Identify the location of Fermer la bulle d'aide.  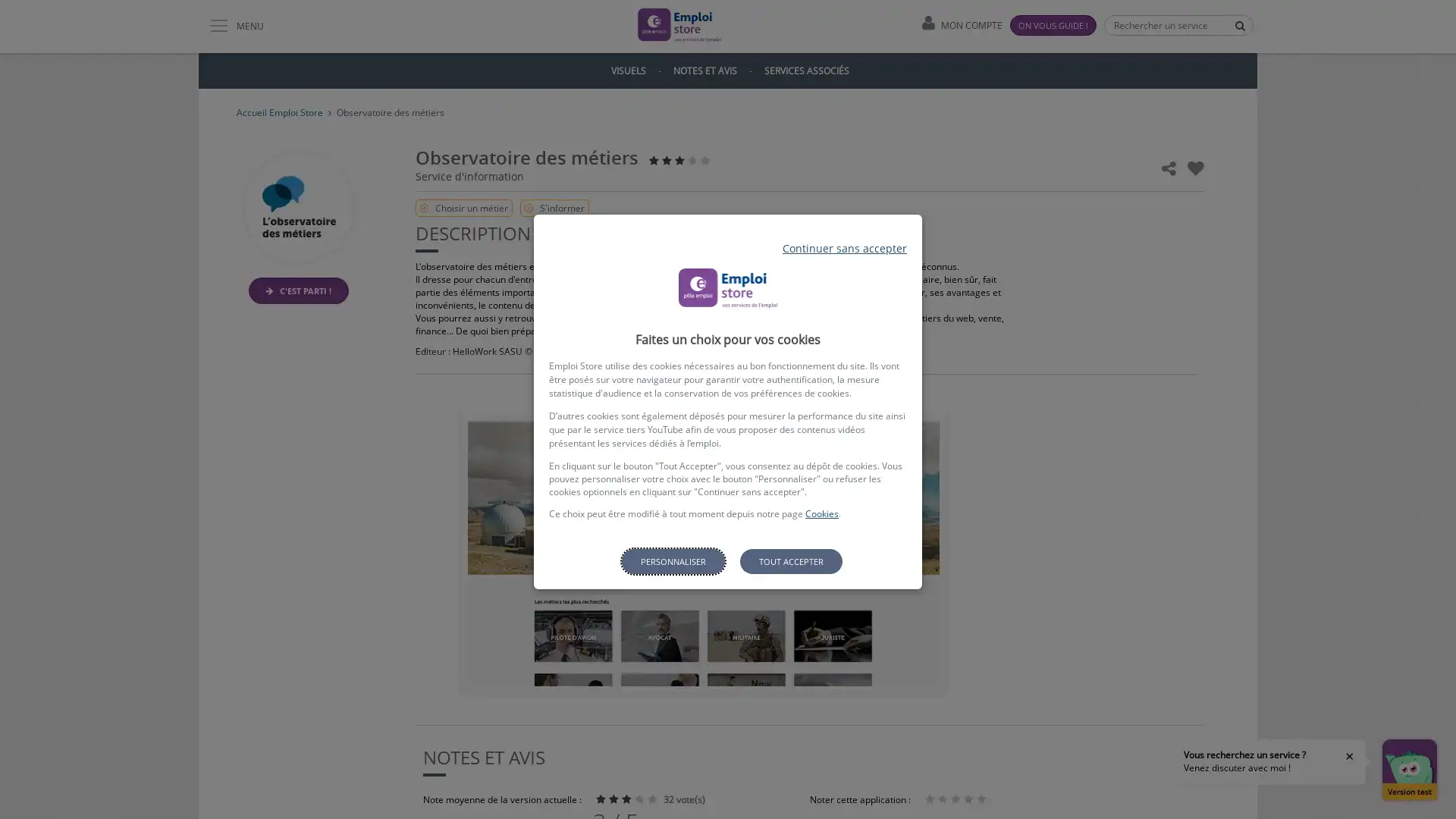
(1349, 755).